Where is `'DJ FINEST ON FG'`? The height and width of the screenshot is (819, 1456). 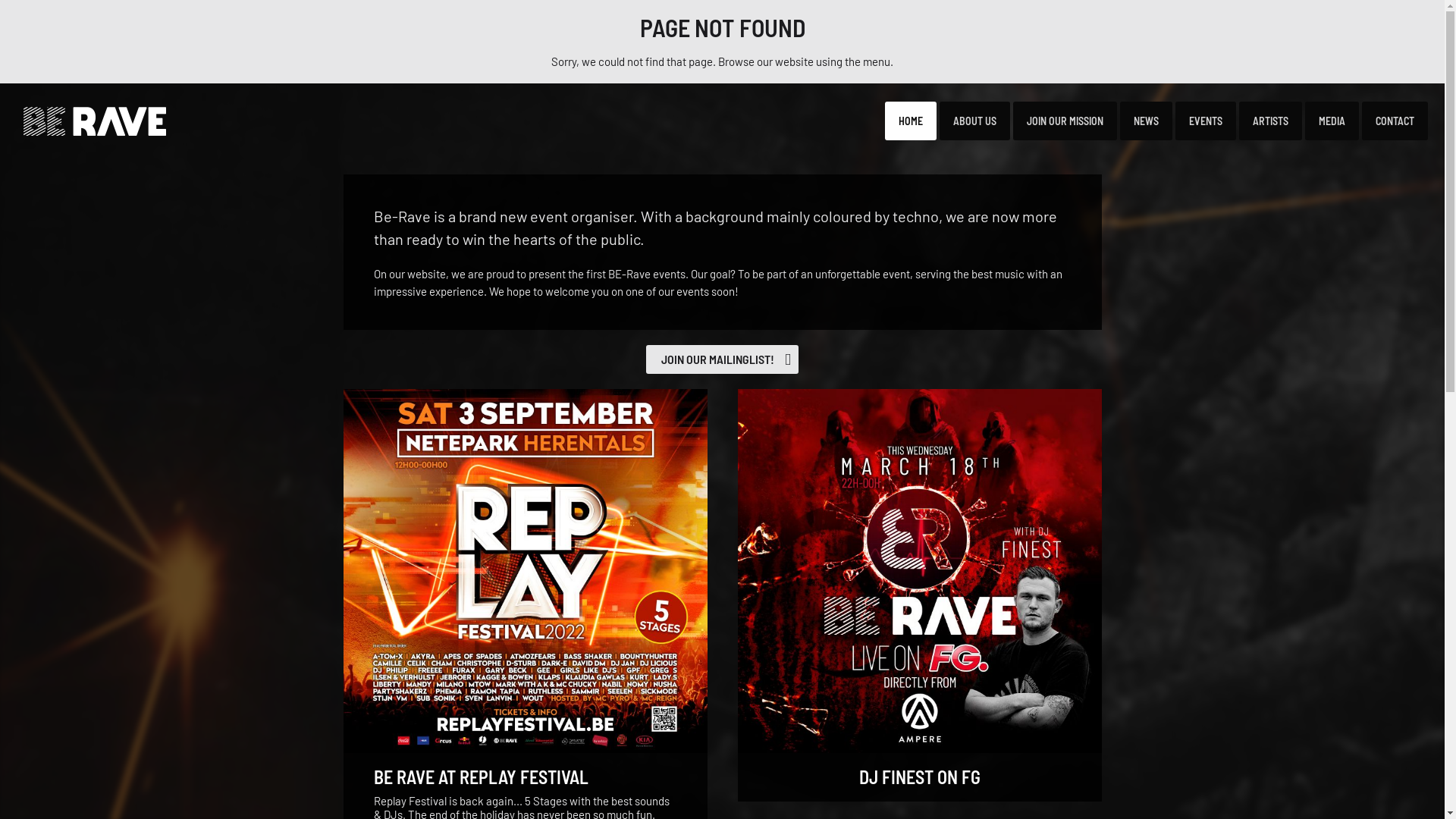 'DJ FINEST ON FG' is located at coordinates (918, 777).